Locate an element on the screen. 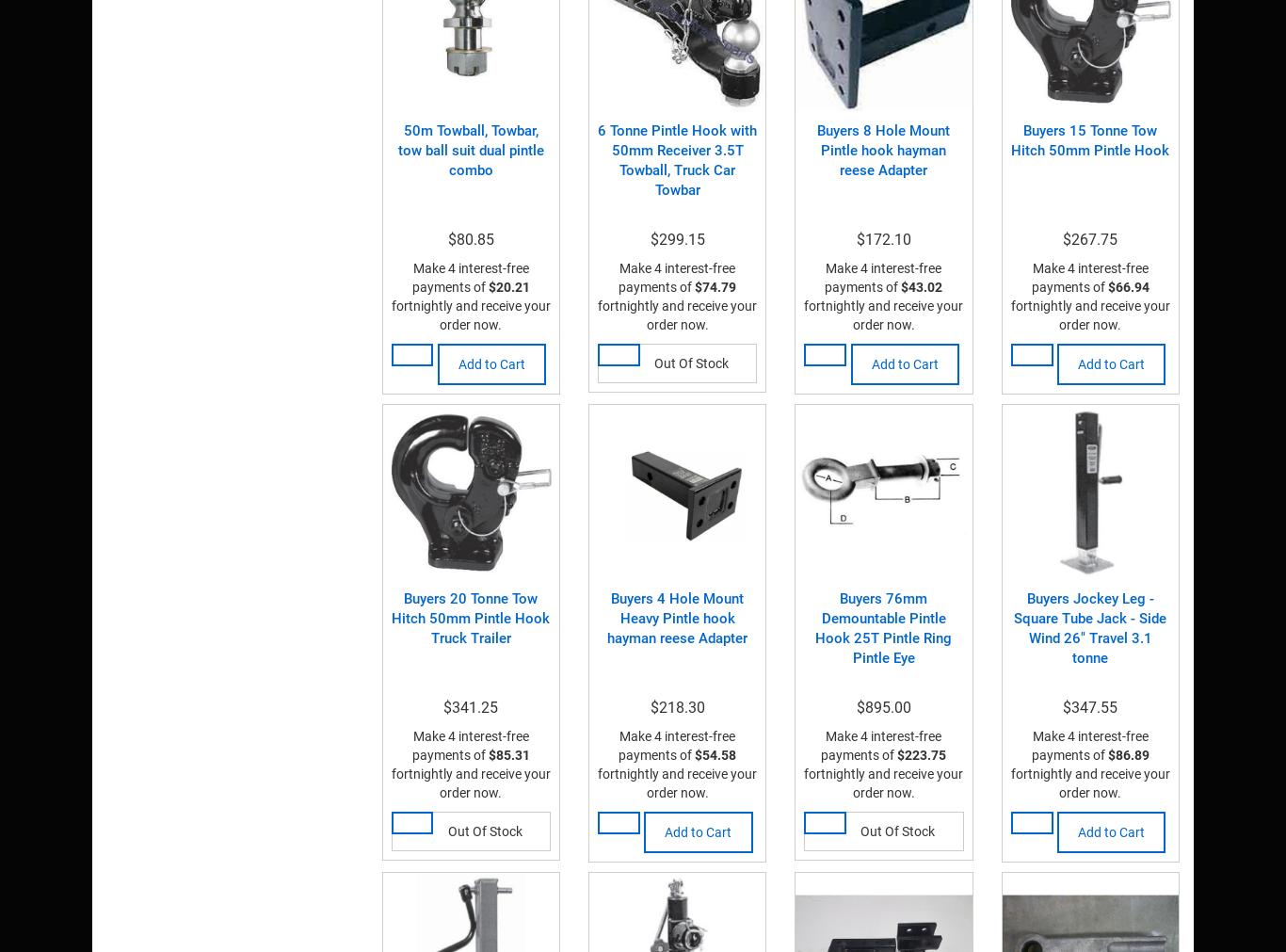 This screenshot has height=952, width=1286. '$85.31' is located at coordinates (507, 754).